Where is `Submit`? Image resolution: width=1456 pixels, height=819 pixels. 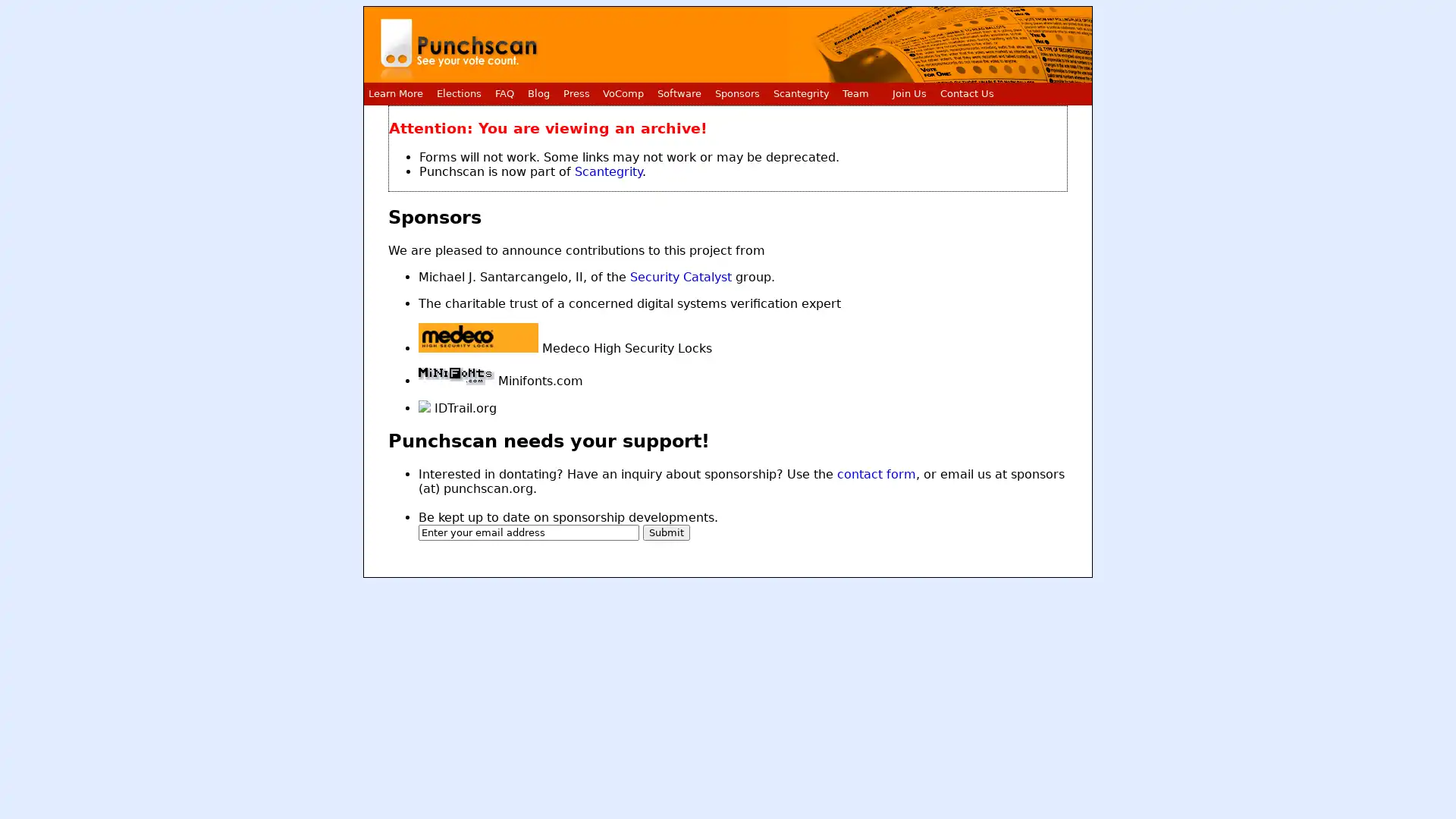 Submit is located at coordinates (666, 531).